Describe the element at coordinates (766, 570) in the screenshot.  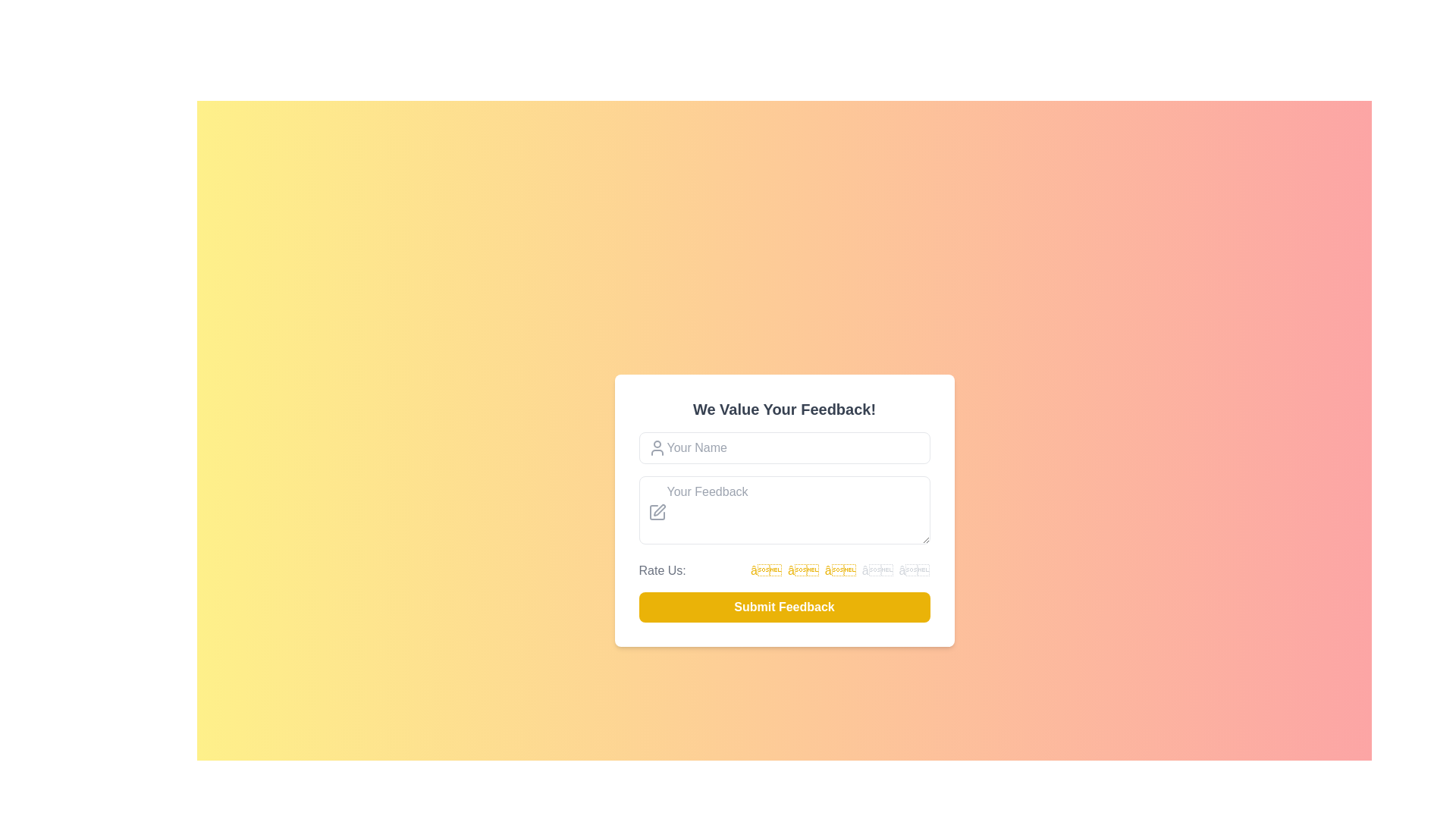
I see `the first star button in the rating group` at that location.